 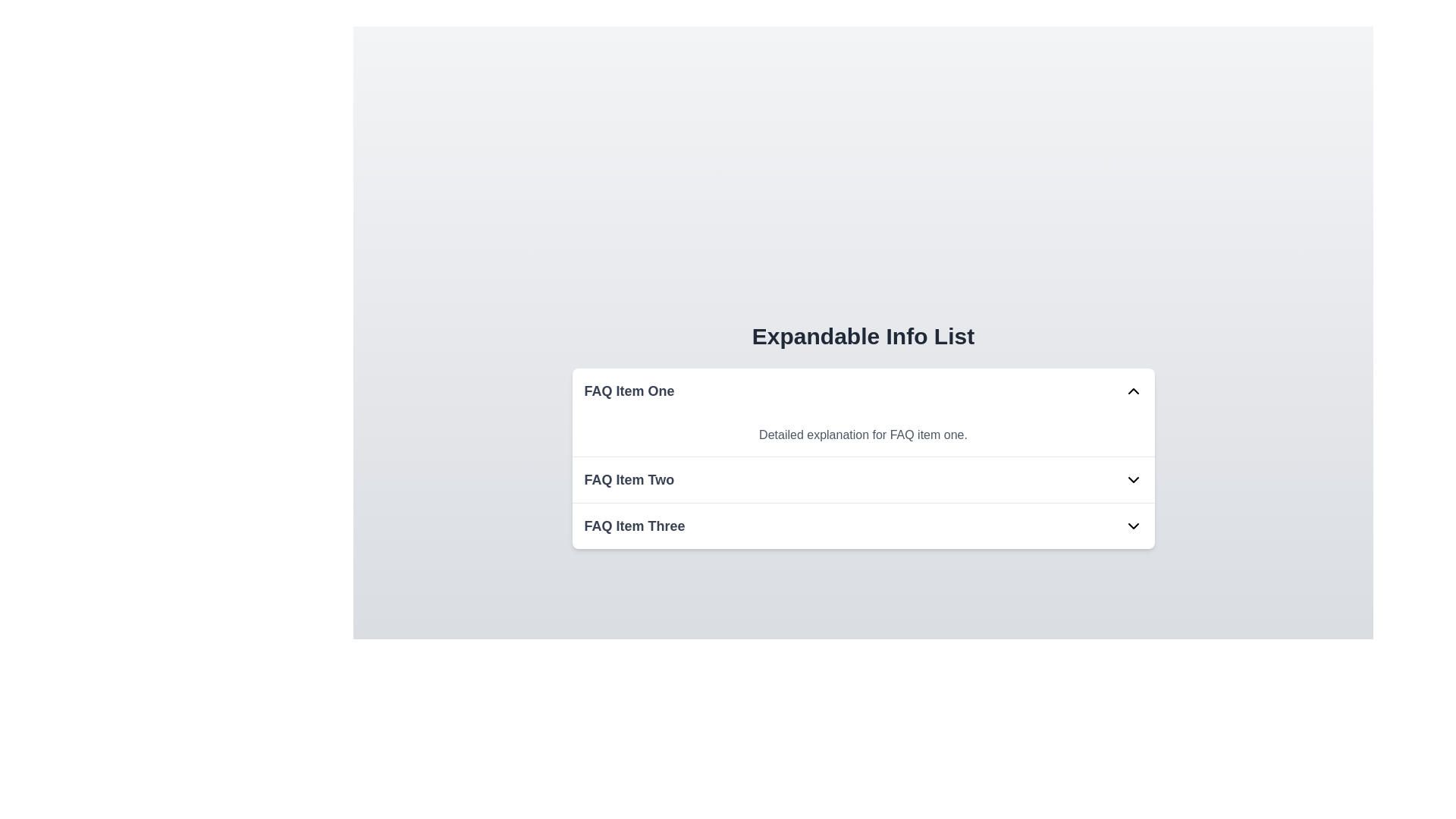 I want to click on the section title element that serves as a label for the expandable FAQ information, positioned above the list of FAQ items, so click(x=863, y=335).